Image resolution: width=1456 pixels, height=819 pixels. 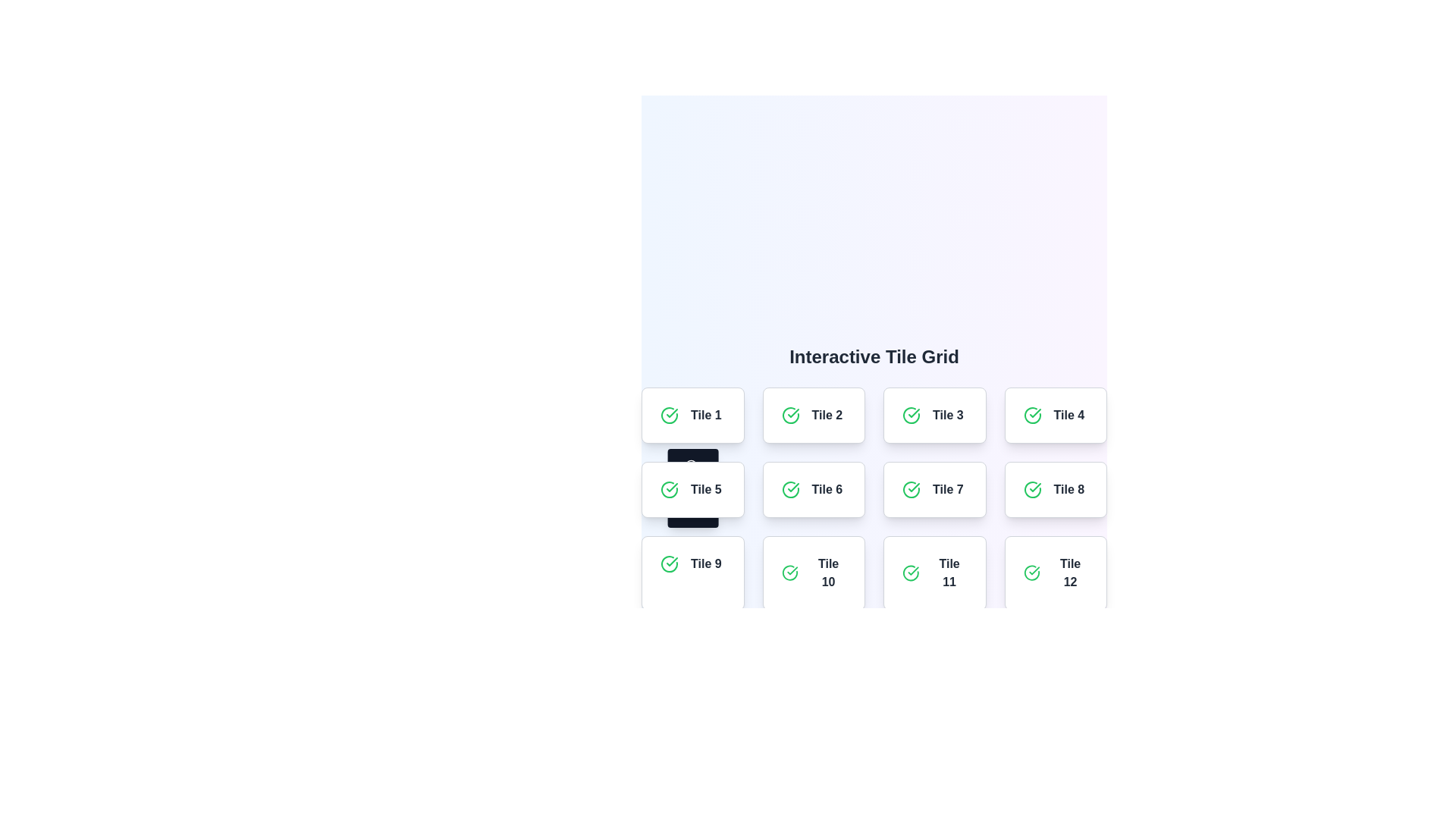 I want to click on the non-interactive Tile element located in the bottom-right position of the grid, specifically the fourth tile in the last row, so click(x=1055, y=573).